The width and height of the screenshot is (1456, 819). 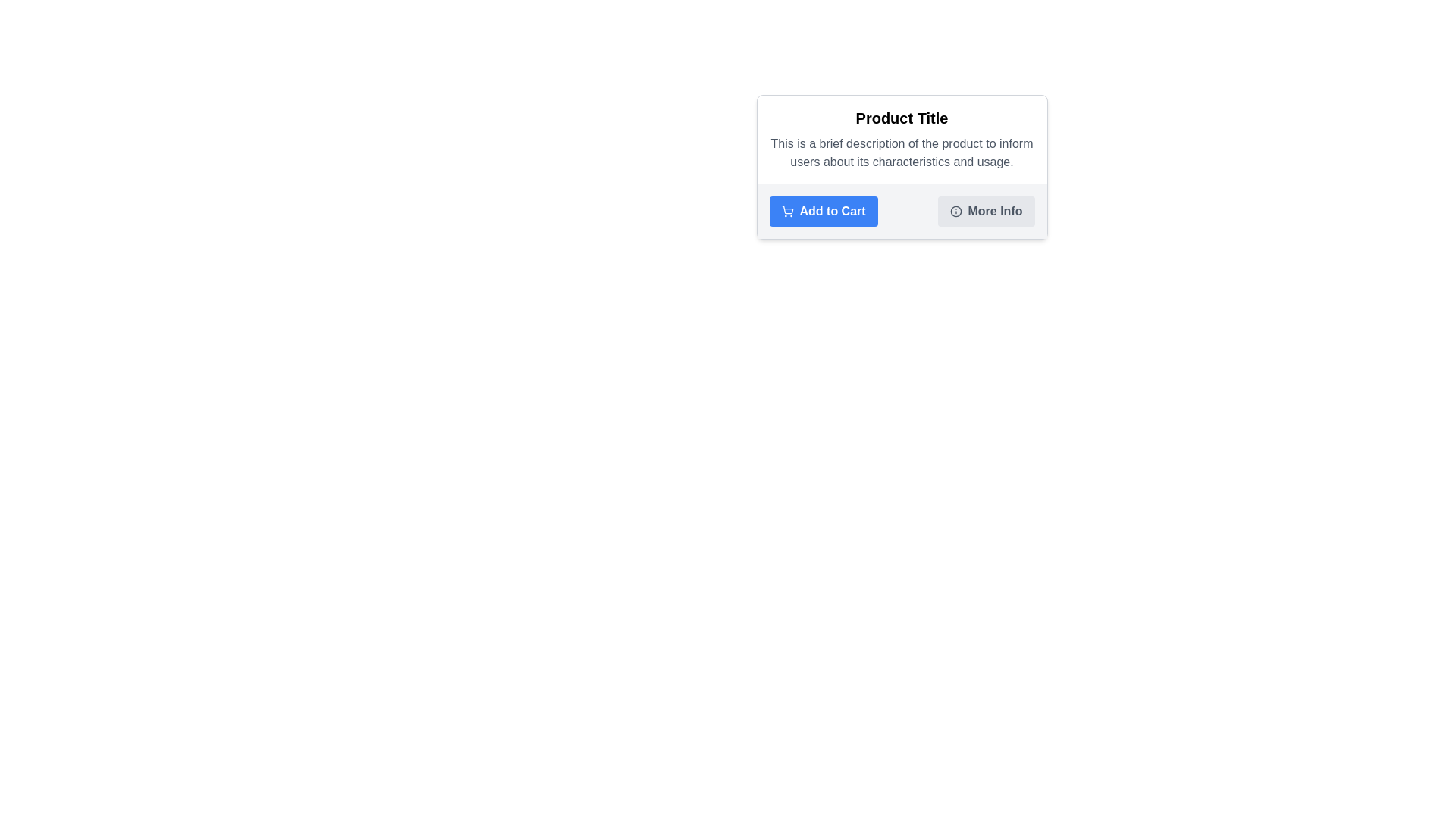 I want to click on the 'More Info' button, which is a rectangular button with a light gray background and rounded corners, located at the bottom of the content box titled 'Product Title', so click(x=986, y=211).